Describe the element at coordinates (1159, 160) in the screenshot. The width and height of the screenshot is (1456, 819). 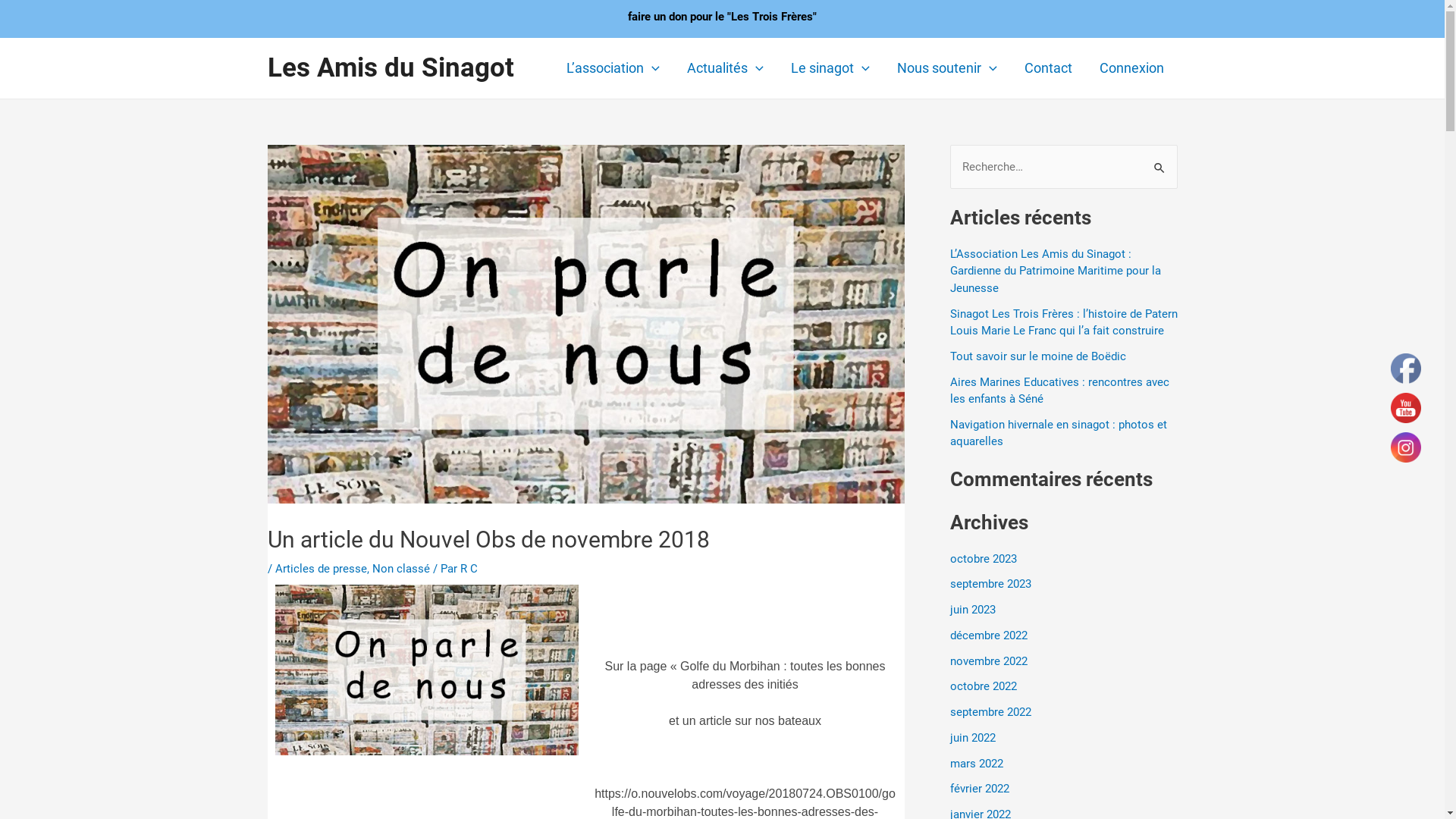
I see `'Rechercher'` at that location.